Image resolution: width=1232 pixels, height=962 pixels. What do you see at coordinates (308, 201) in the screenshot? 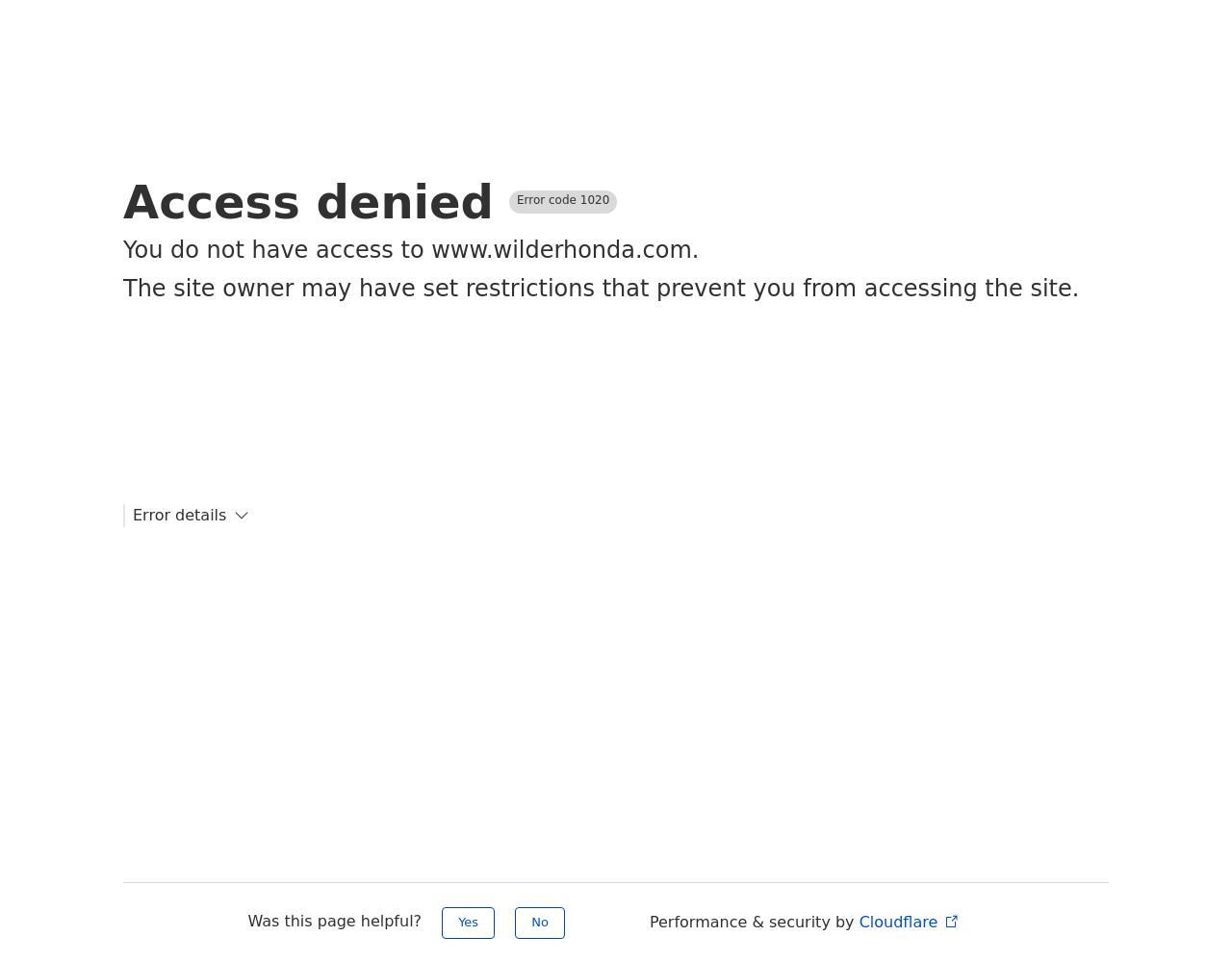
I see `'Access denied'` at bounding box center [308, 201].